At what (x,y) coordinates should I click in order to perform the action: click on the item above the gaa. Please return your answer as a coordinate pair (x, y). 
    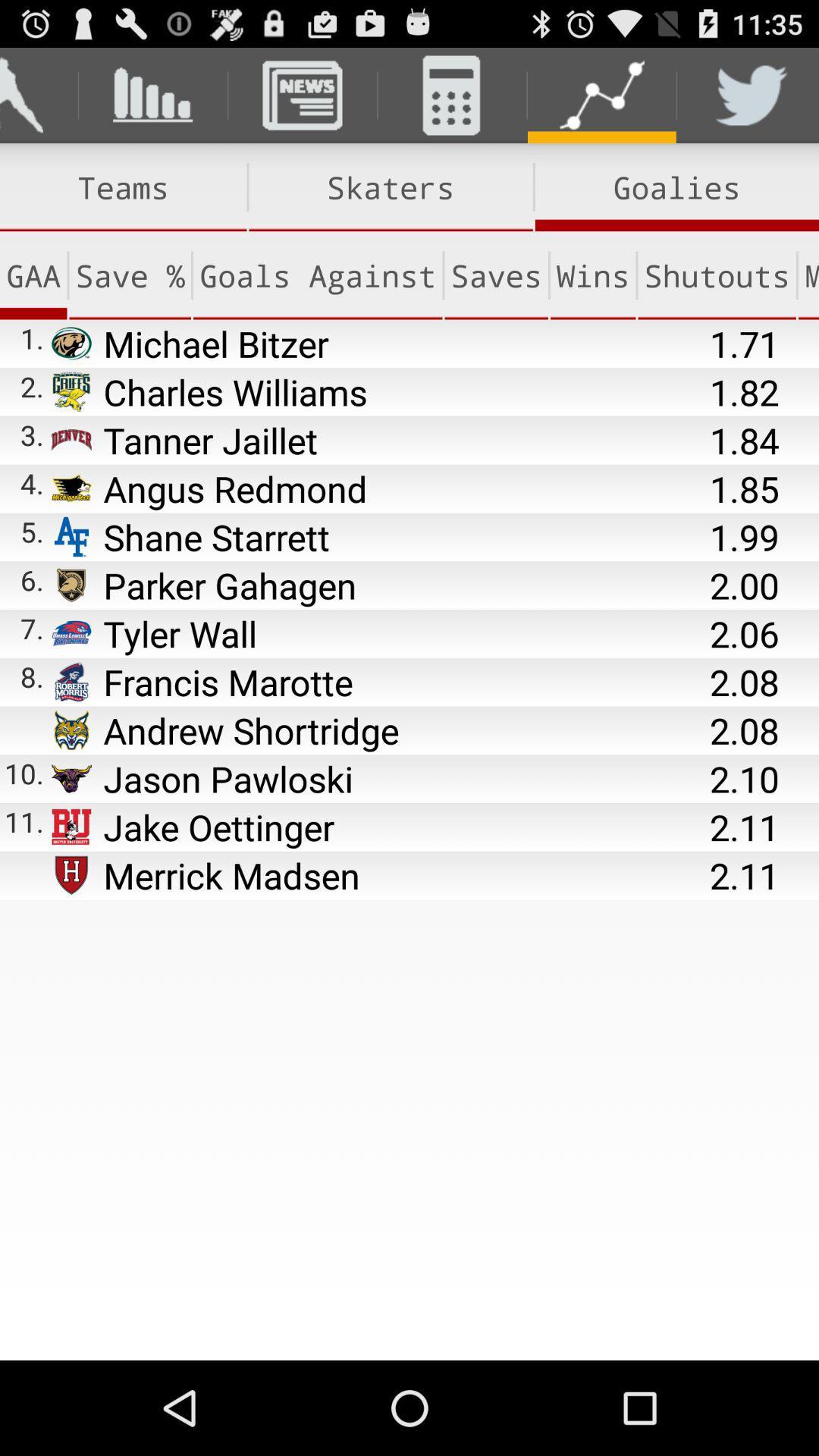
    Looking at the image, I should click on (122, 187).